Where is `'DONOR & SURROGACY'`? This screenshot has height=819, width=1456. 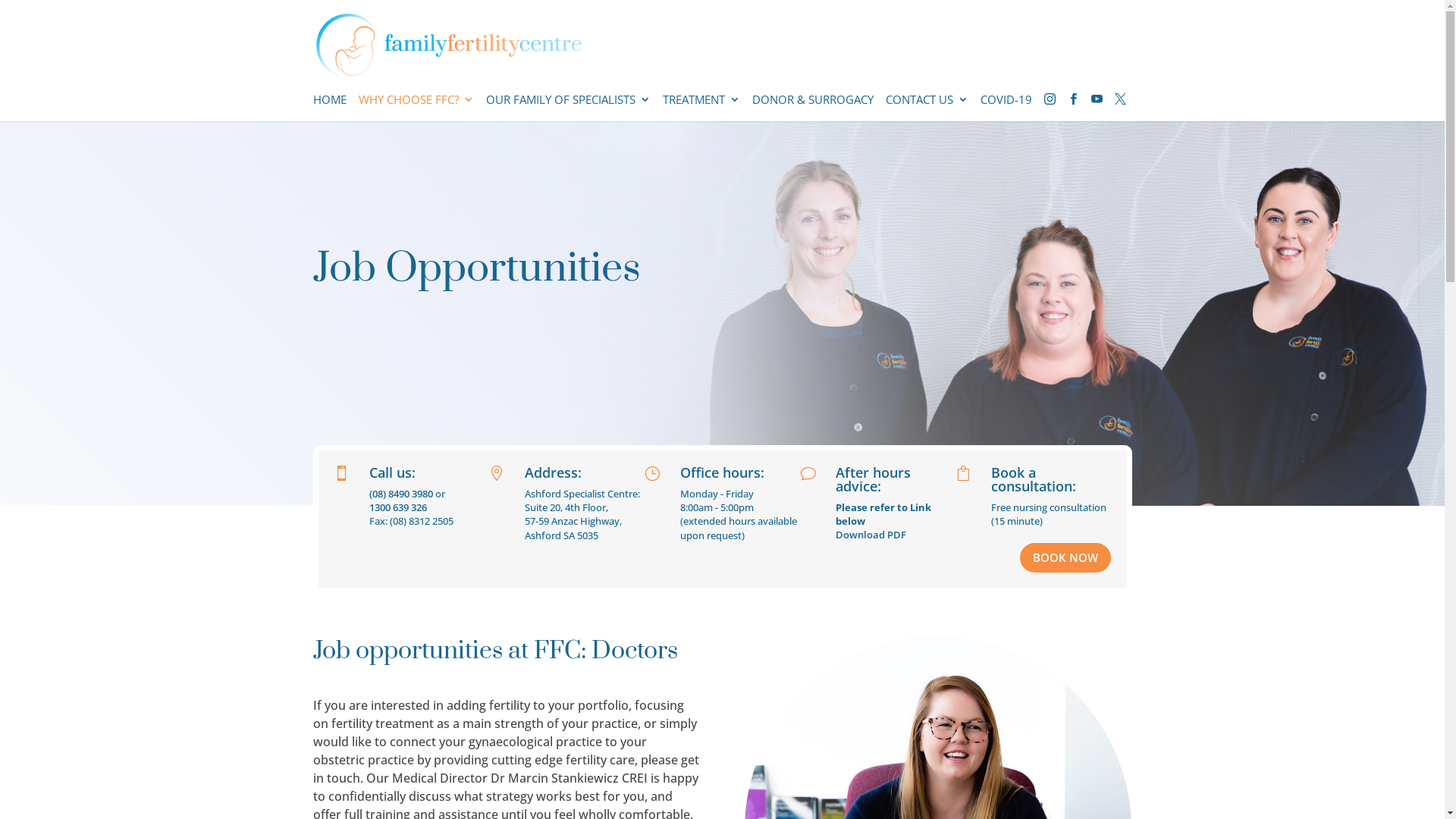
'DONOR & SURROGACY' is located at coordinates (811, 107).